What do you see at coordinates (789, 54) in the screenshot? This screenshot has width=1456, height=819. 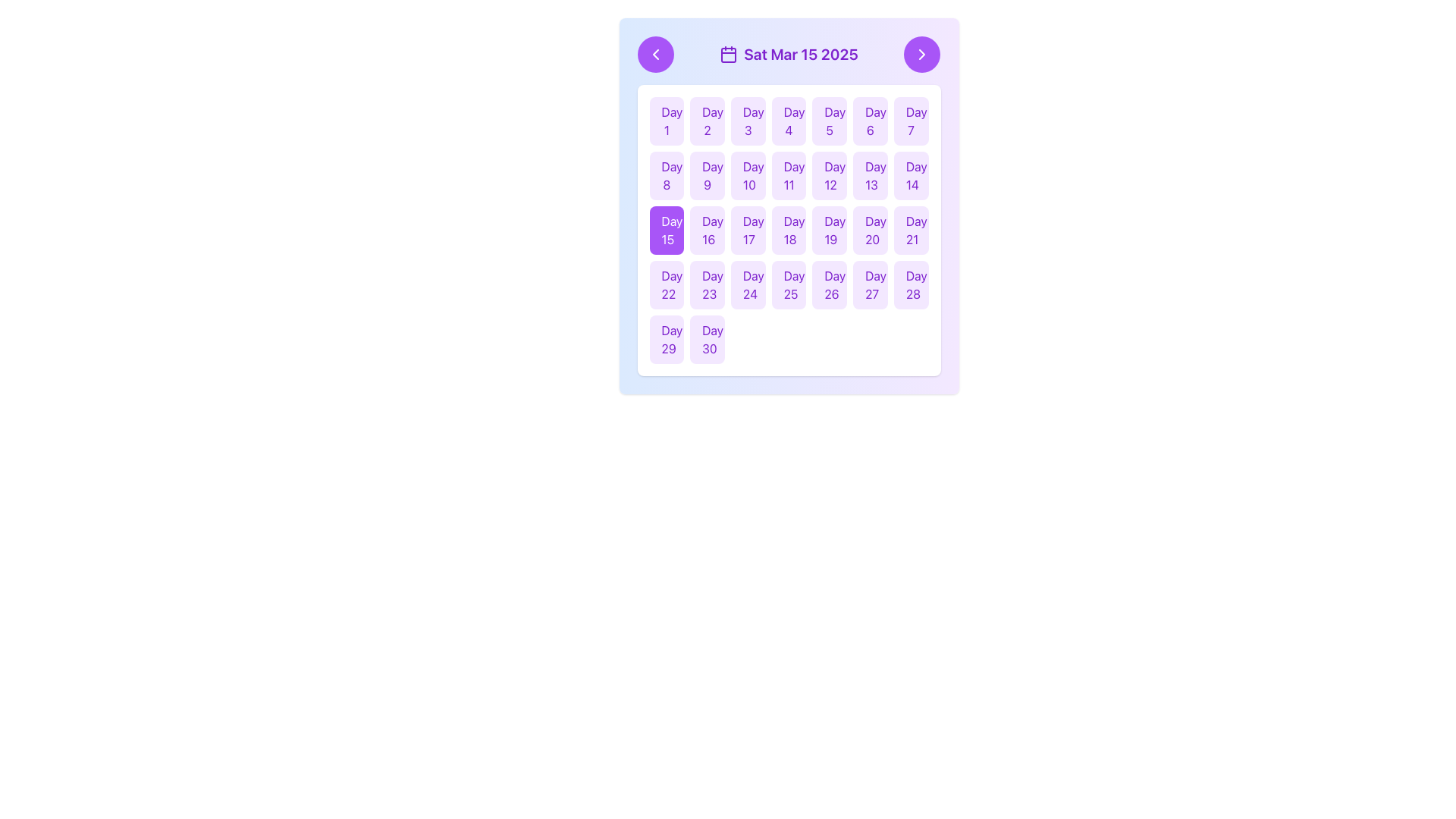 I see `the Text Label displaying 'Sat Mar 15 2025' with a calendar icon, which is located at the top section of the calendar interface` at bounding box center [789, 54].